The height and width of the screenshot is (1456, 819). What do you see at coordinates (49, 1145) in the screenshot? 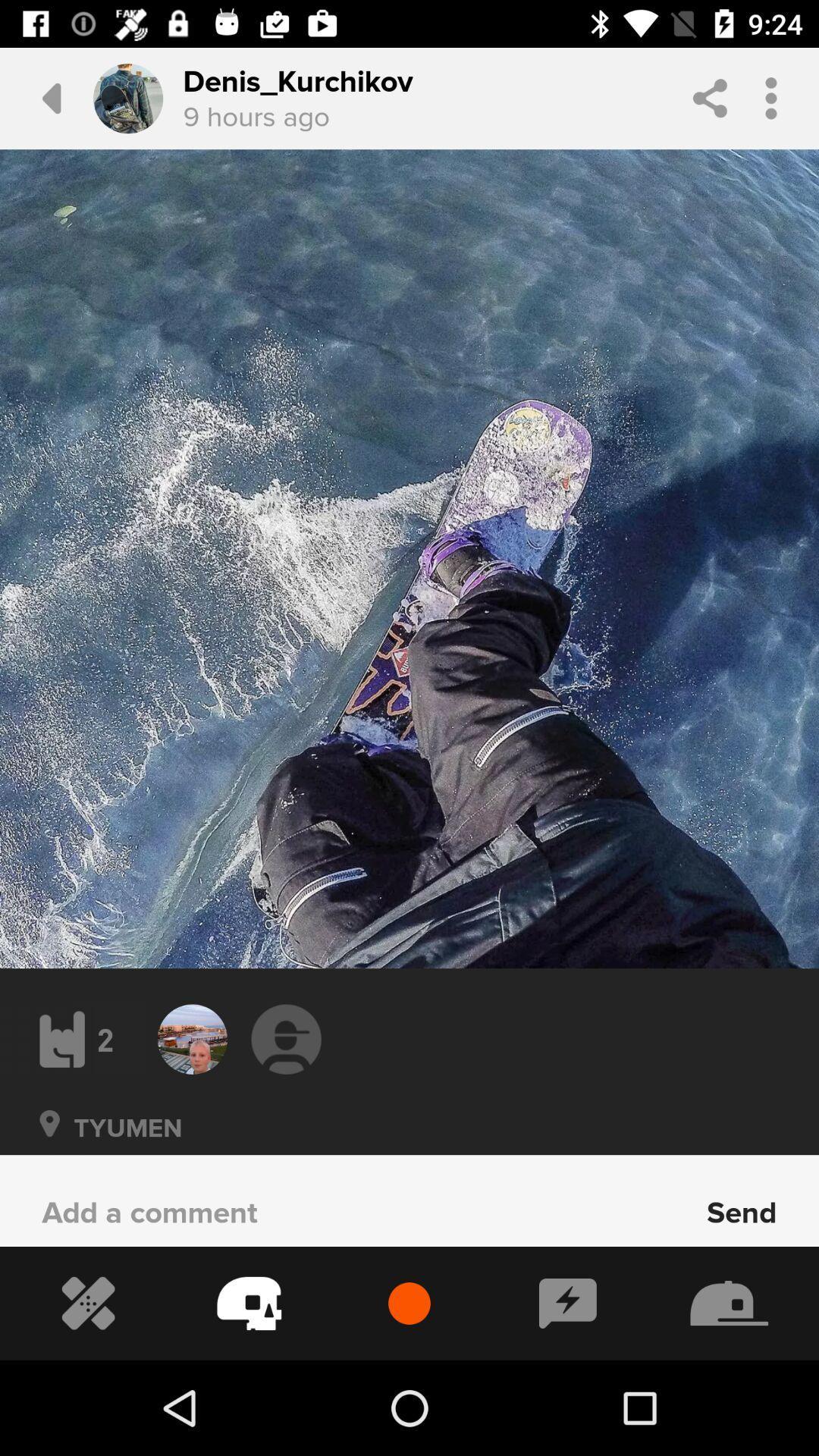
I see `the close icon` at bounding box center [49, 1145].